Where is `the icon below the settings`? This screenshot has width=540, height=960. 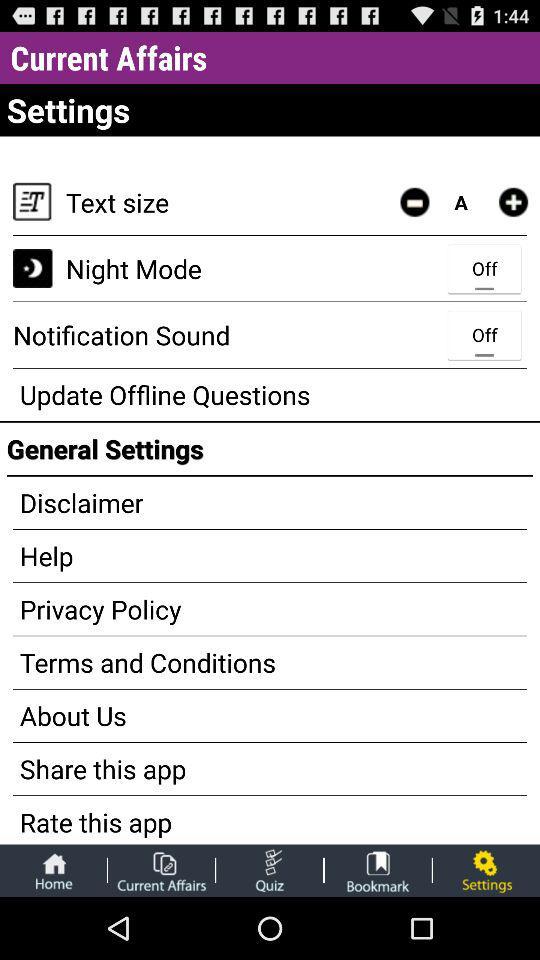 the icon below the settings is located at coordinates (413, 202).